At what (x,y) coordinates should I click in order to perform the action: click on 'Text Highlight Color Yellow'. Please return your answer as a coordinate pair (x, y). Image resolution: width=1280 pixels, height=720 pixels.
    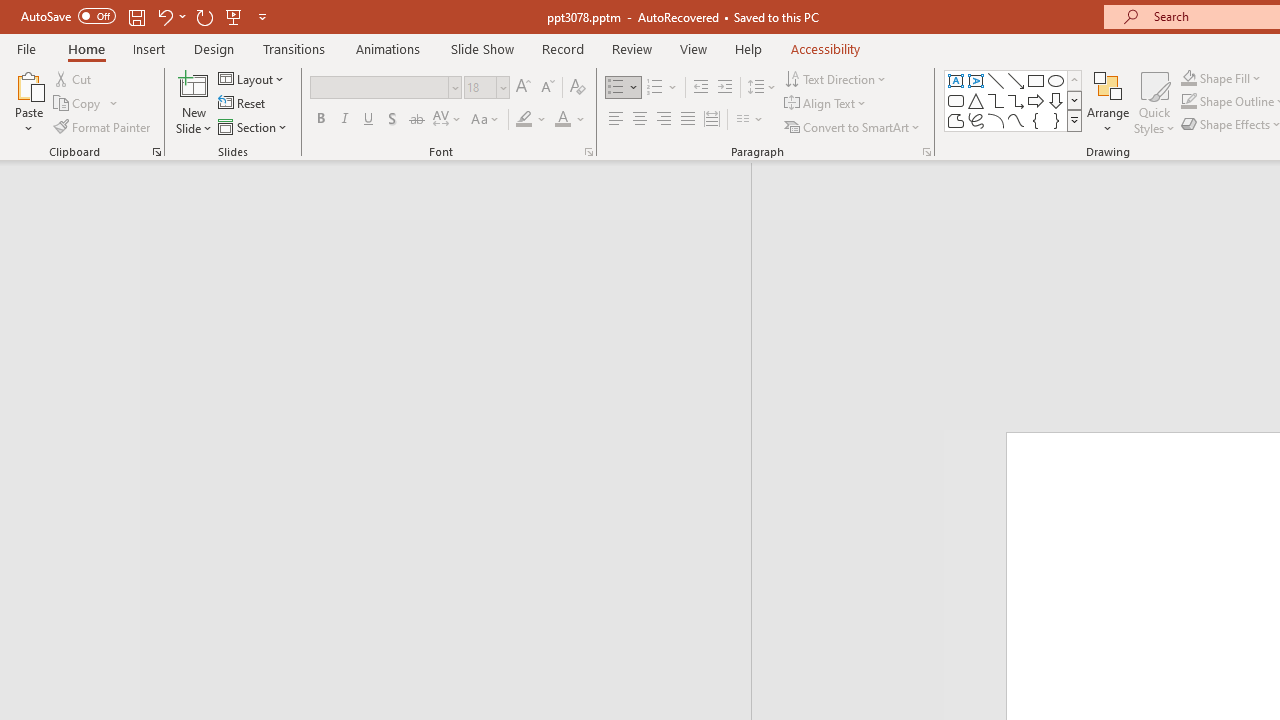
    Looking at the image, I should click on (524, 119).